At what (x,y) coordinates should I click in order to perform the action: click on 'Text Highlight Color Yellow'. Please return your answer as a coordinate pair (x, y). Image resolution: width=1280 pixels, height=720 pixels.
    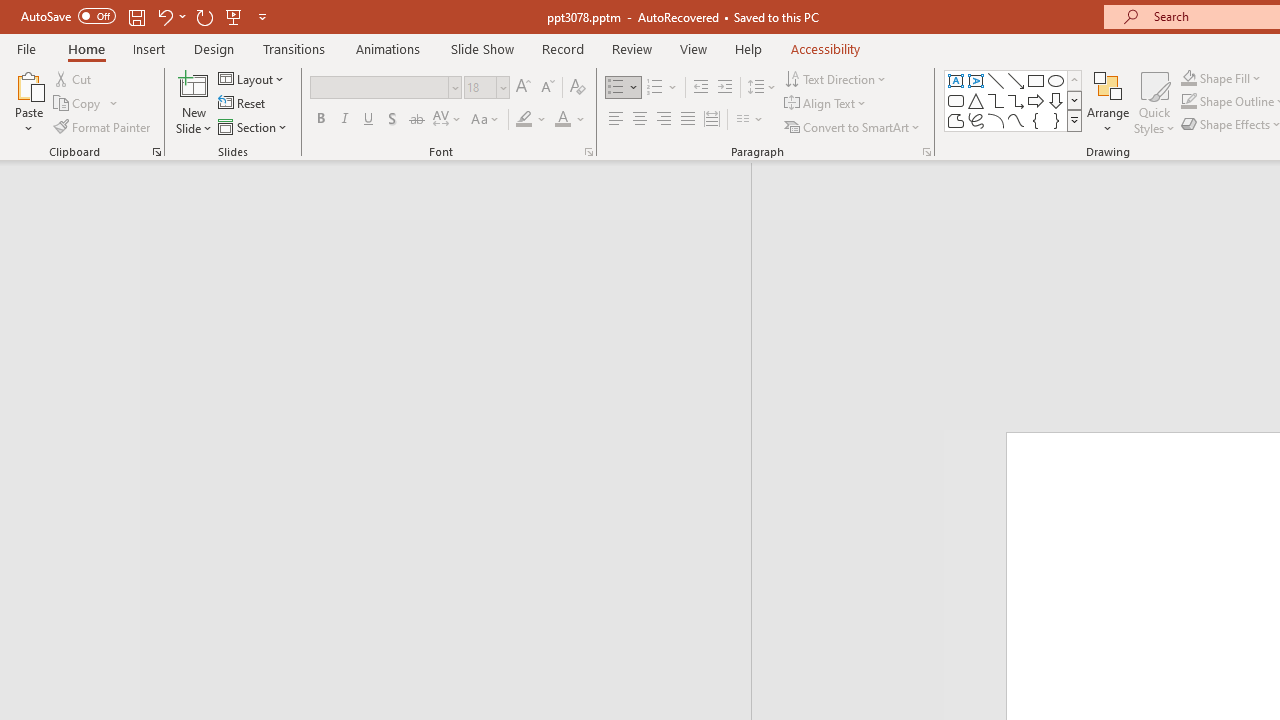
    Looking at the image, I should click on (524, 119).